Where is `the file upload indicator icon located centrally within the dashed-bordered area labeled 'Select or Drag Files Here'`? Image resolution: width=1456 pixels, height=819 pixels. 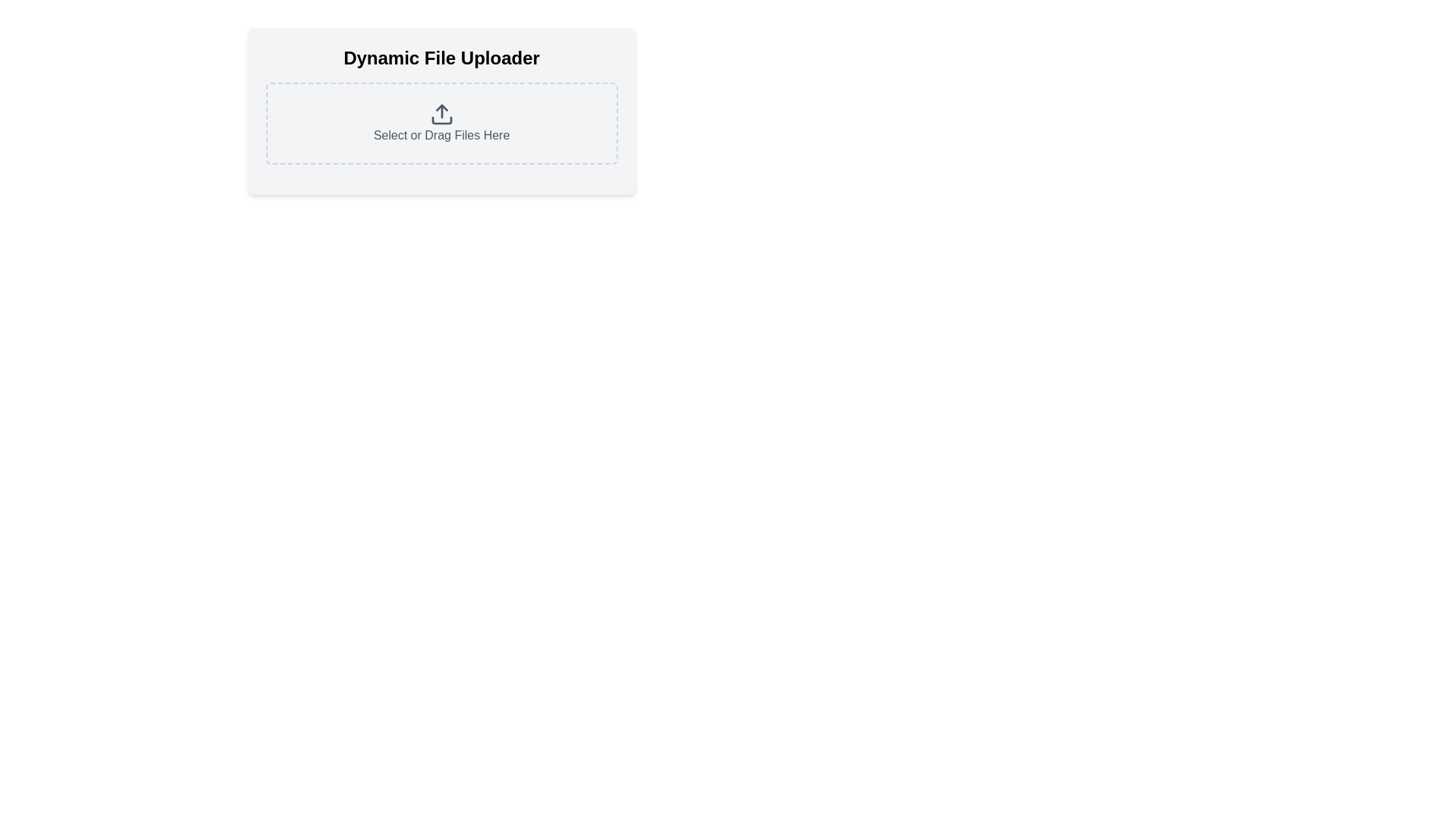 the file upload indicator icon located centrally within the dashed-bordered area labeled 'Select or Drag Files Here' is located at coordinates (441, 113).